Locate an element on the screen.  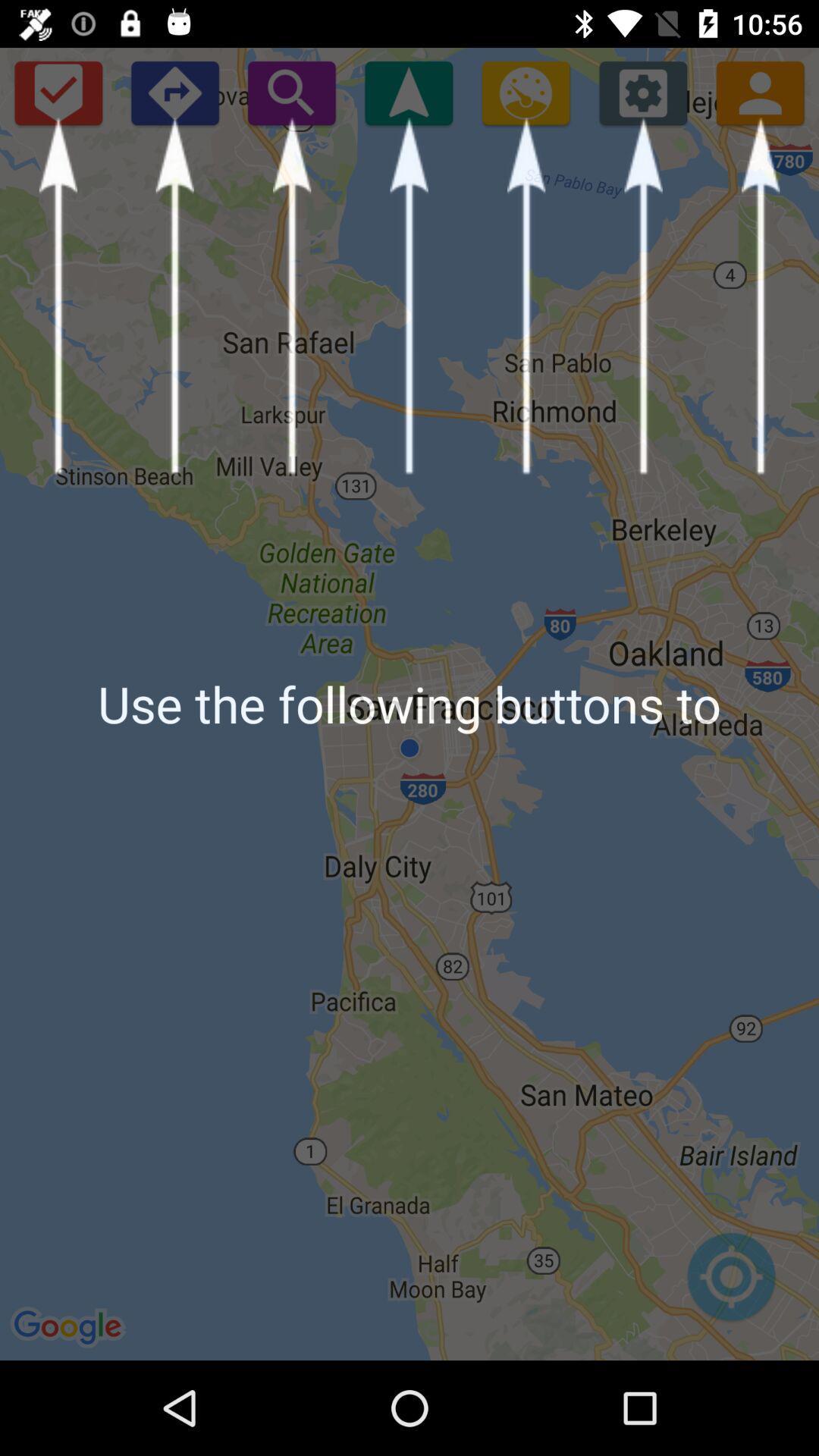
check settings is located at coordinates (643, 92).